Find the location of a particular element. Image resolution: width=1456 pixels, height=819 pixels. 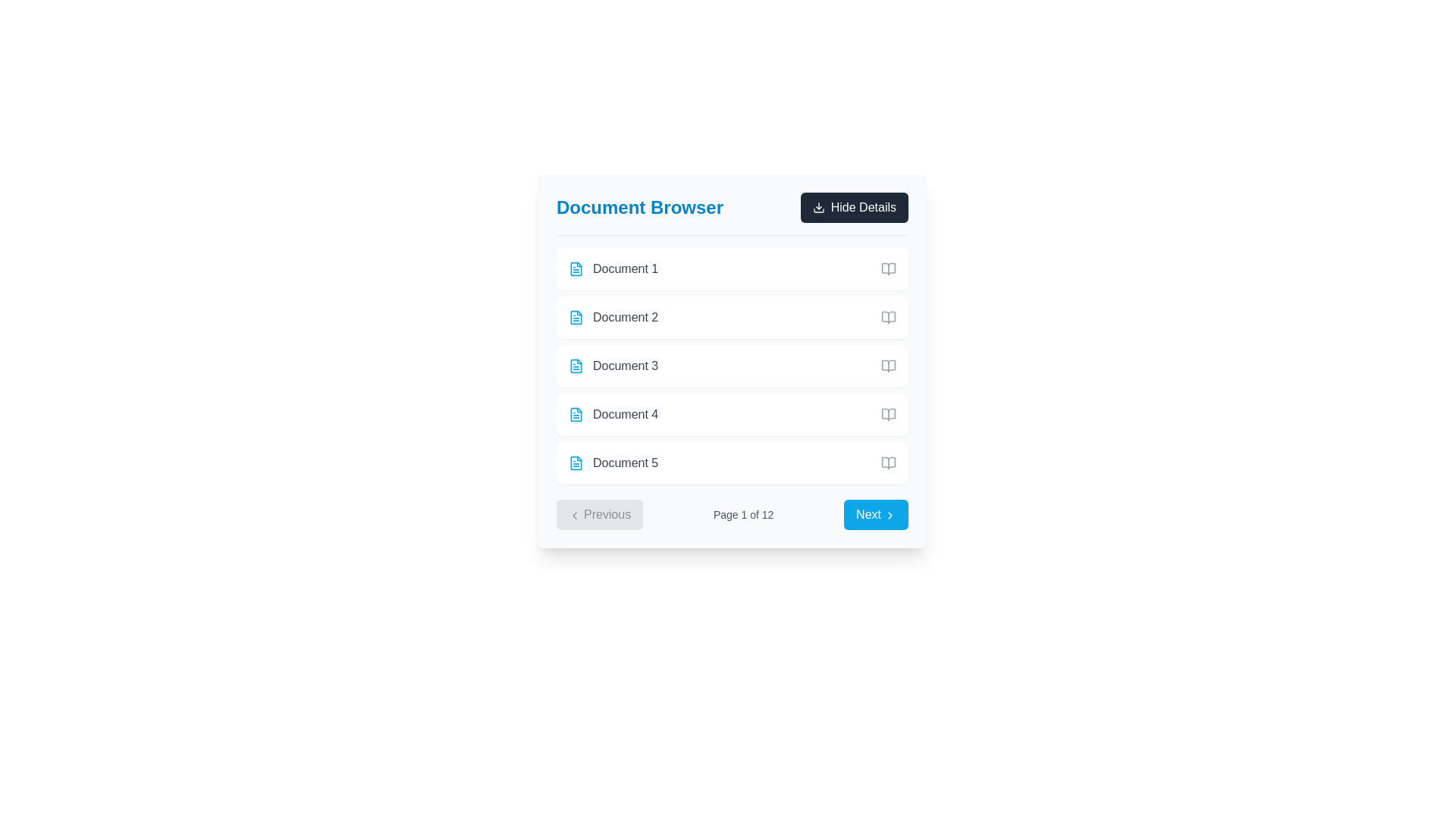

the navigation icon located to the right of the 'Next' text within the blue button in the lower-right corner of the interface is located at coordinates (890, 513).